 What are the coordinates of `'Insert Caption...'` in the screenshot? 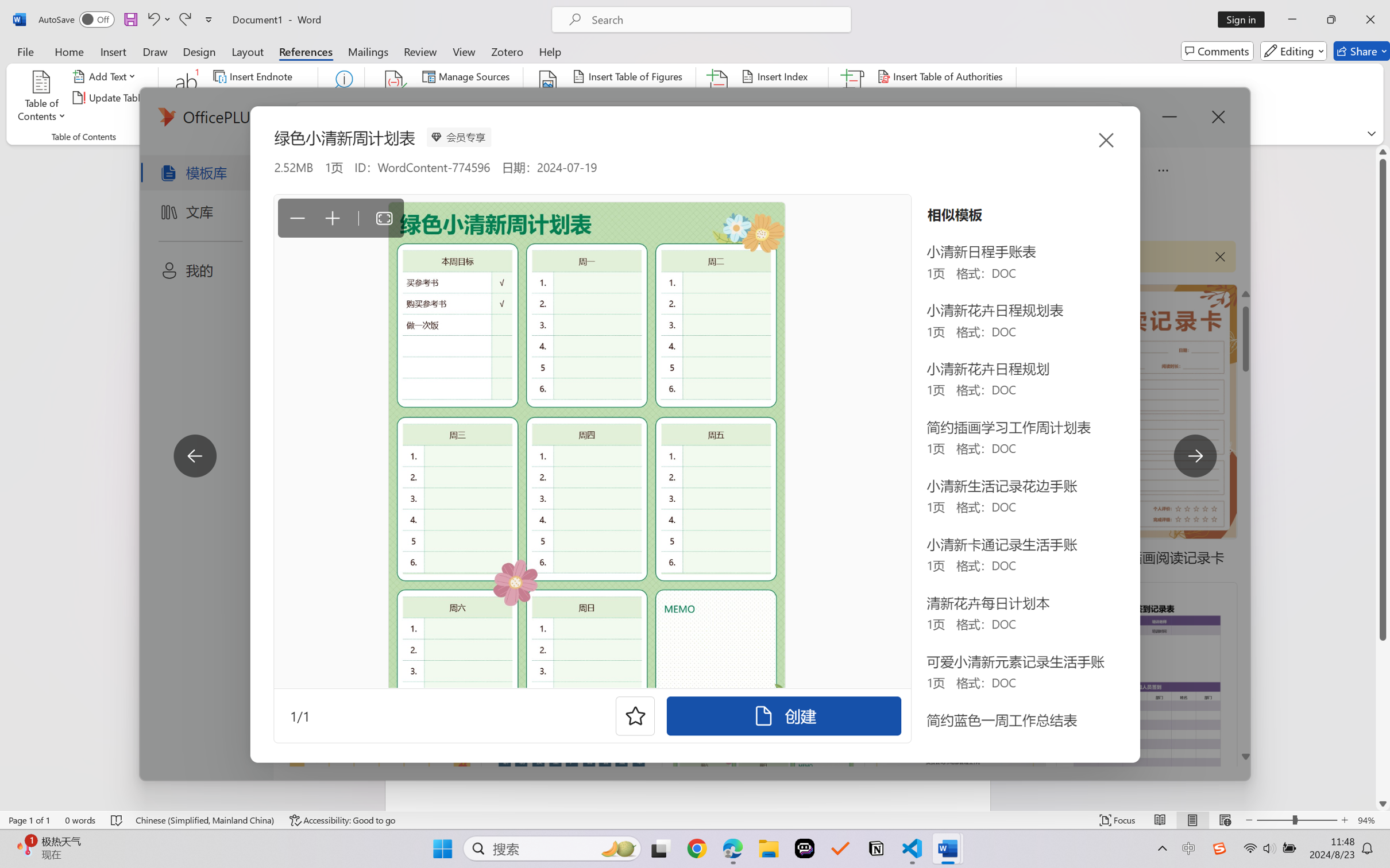 It's located at (548, 98).